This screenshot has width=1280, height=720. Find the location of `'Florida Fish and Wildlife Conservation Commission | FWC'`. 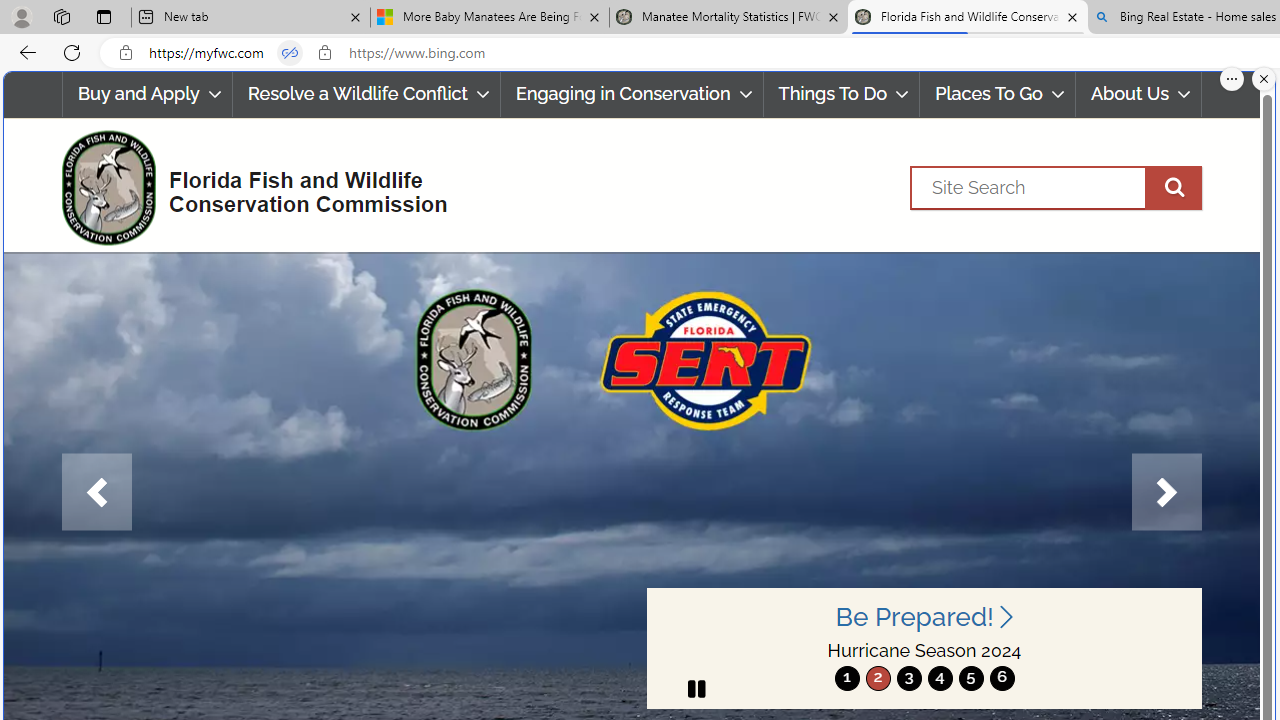

'Florida Fish and Wildlife Conservation Commission | FWC' is located at coordinates (967, 17).